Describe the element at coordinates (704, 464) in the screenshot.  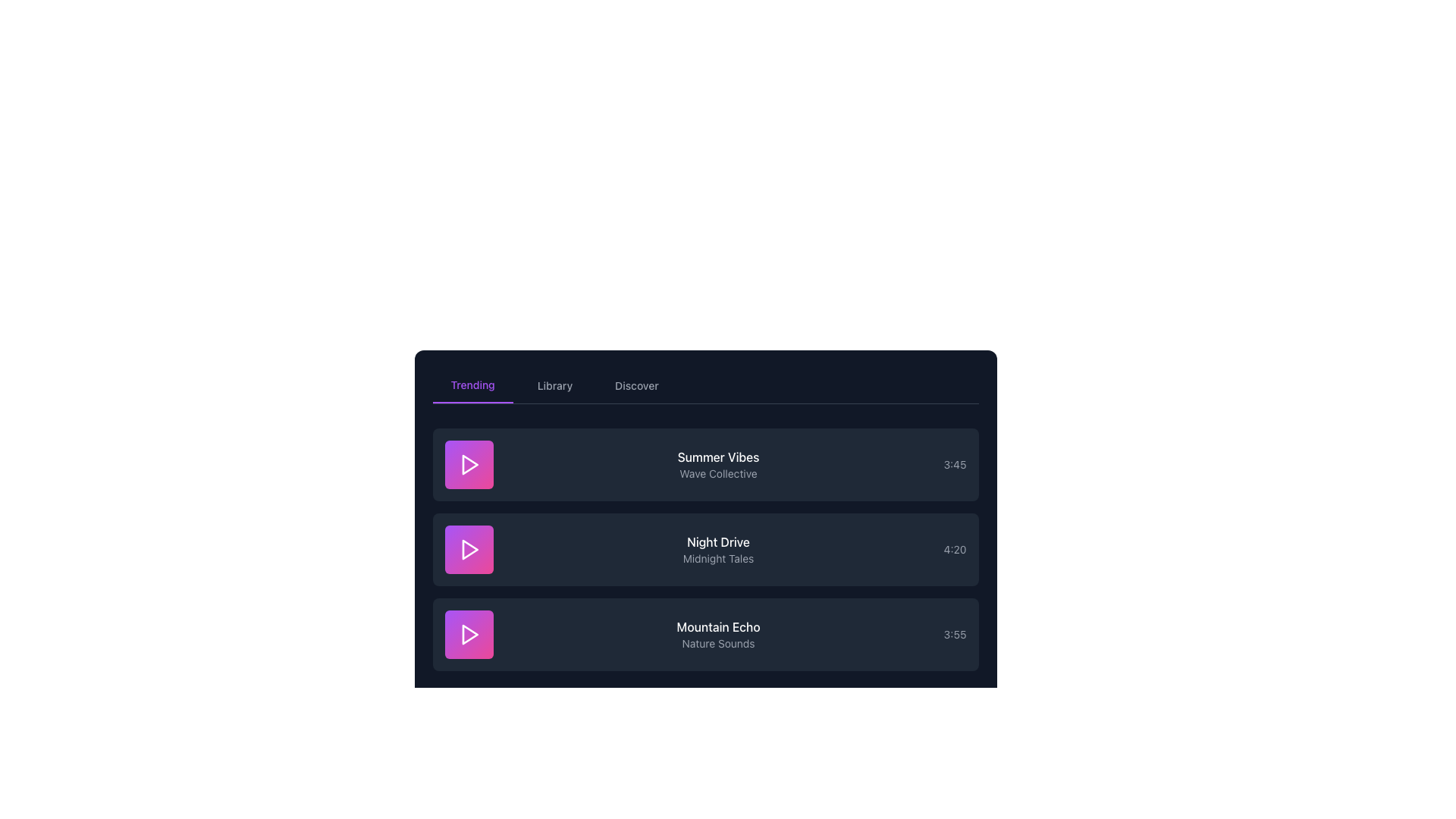
I see `the first interactive card representing a song or audio track located just below the horizontal navigation bar` at that location.